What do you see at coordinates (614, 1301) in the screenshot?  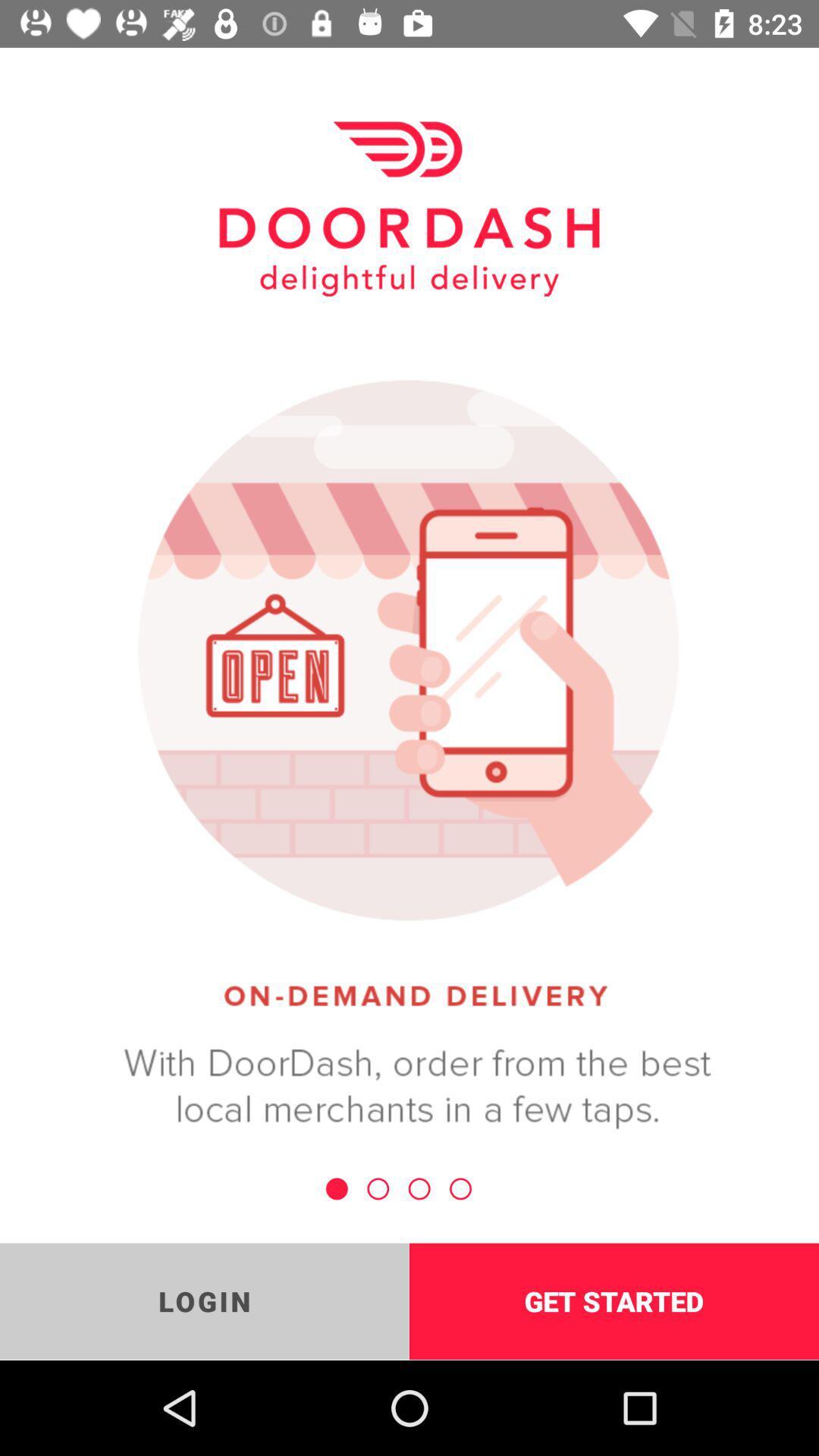 I see `the item next to login` at bounding box center [614, 1301].